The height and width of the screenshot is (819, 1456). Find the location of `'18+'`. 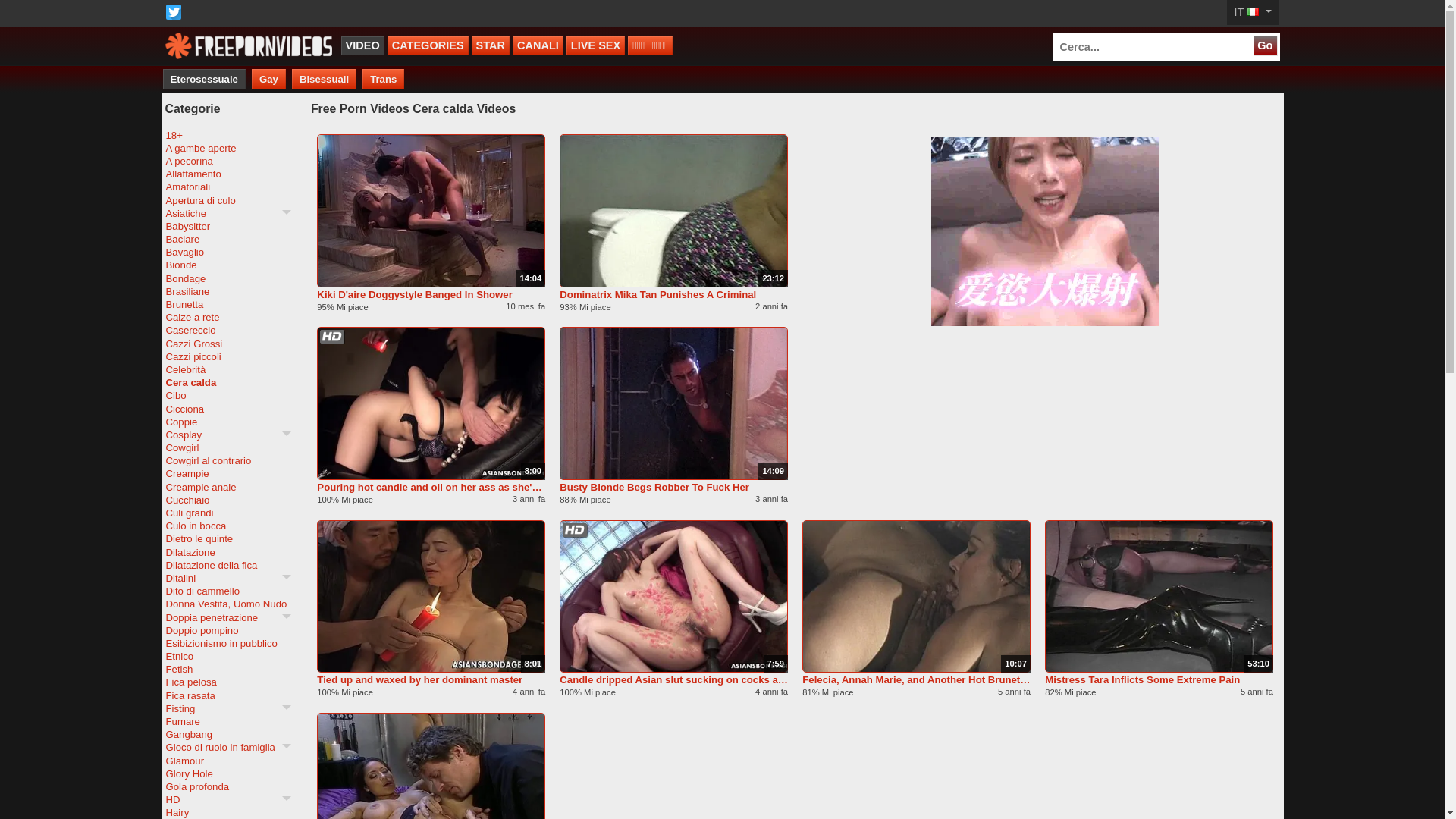

'18+' is located at coordinates (227, 134).